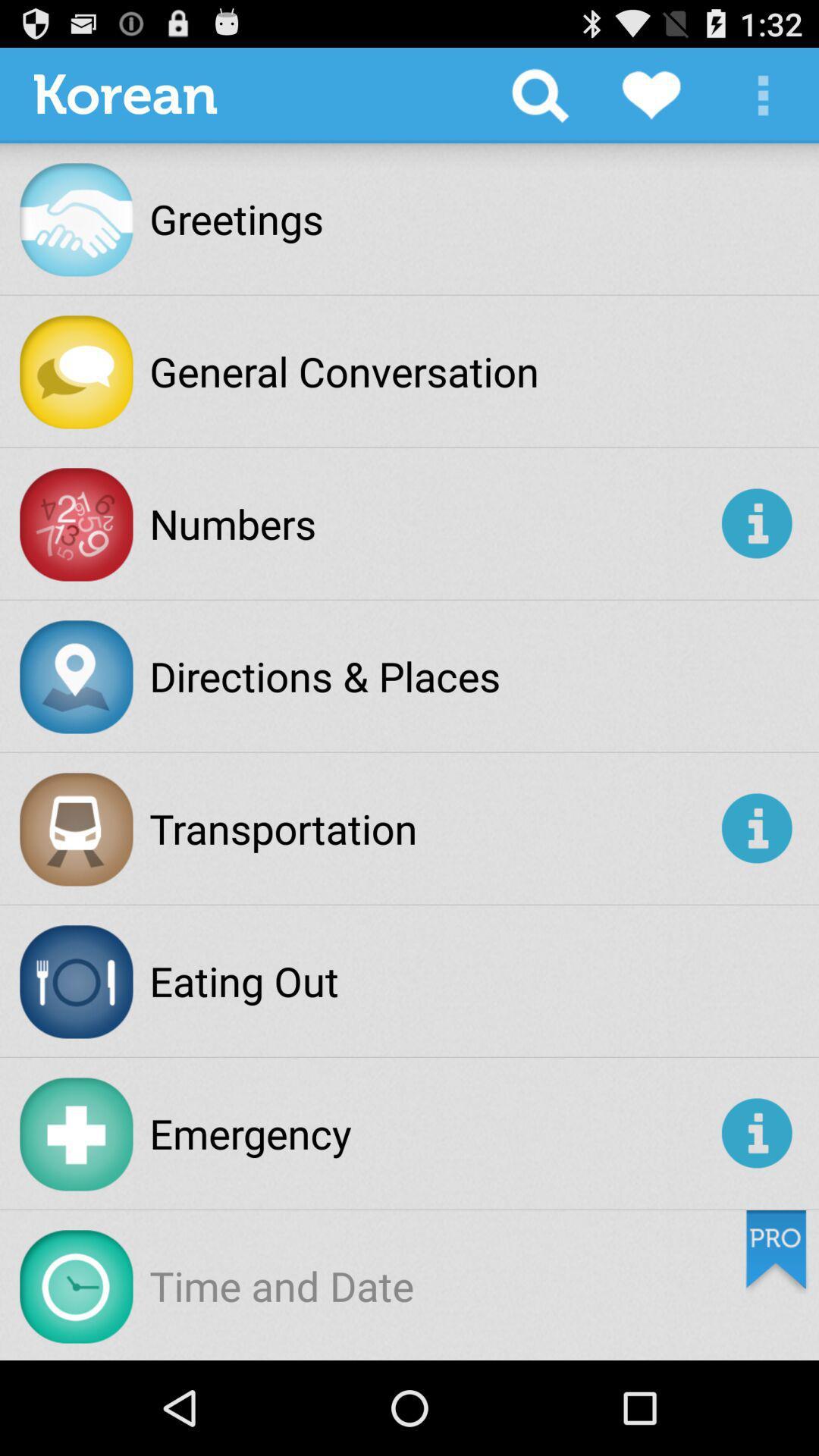  I want to click on the icon above general conversation icon, so click(539, 94).